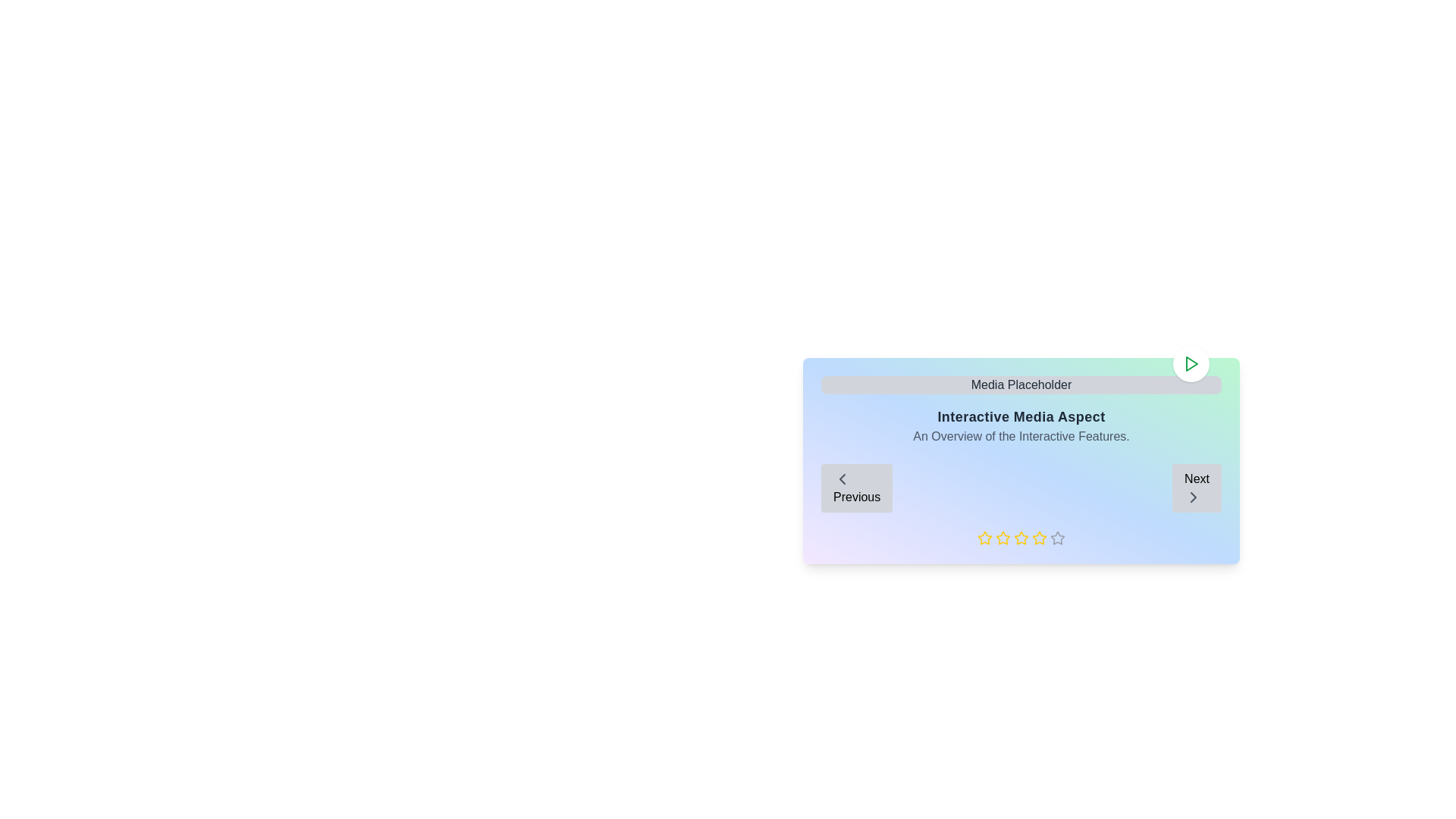 The width and height of the screenshot is (1456, 819). I want to click on the centrally positioned Text block that serves as a heading and subheading for the content section, located beneath the placeholder image and above the navigation buttons, so click(1021, 426).